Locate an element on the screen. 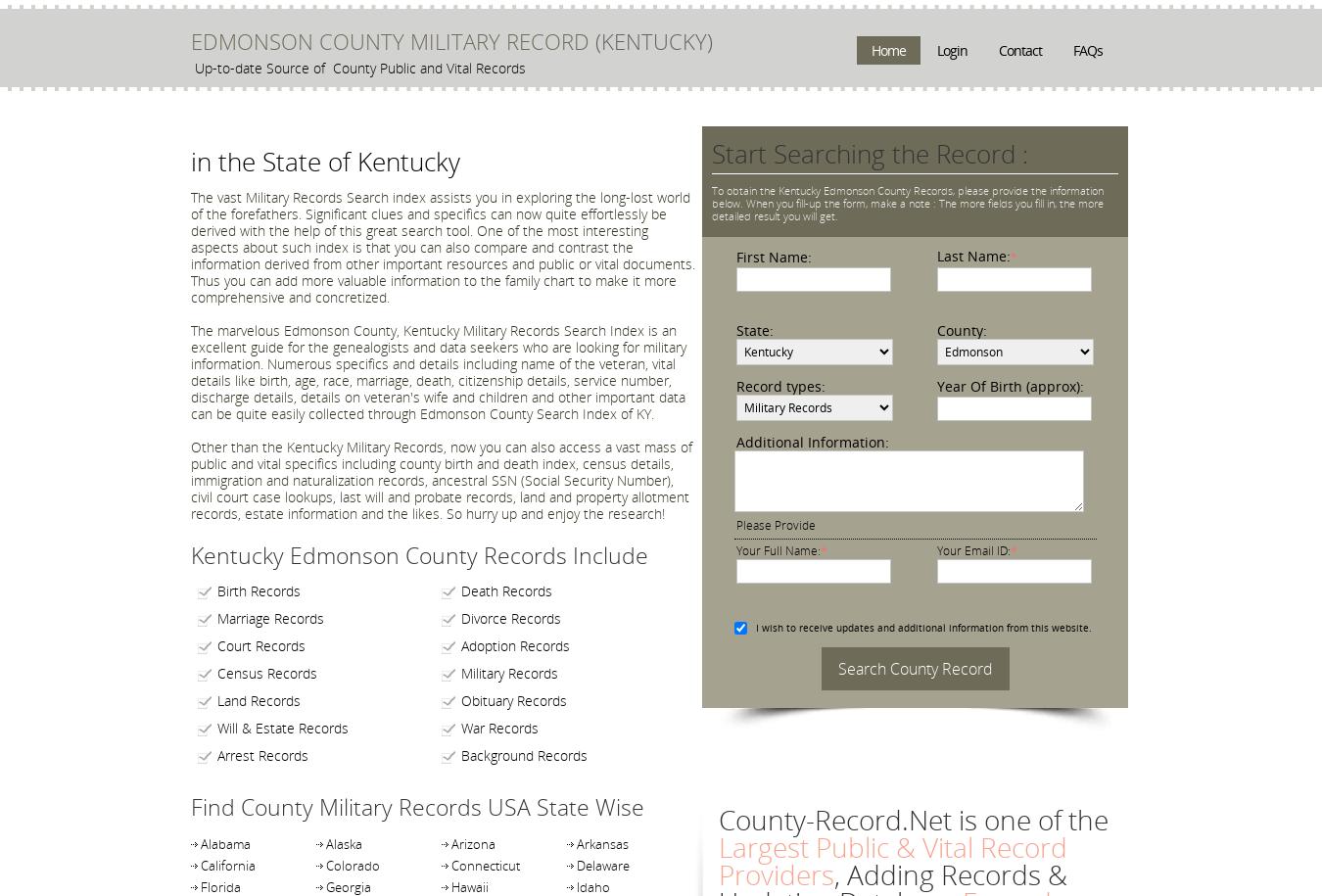  'Up-to-date Source of' is located at coordinates (194, 67).